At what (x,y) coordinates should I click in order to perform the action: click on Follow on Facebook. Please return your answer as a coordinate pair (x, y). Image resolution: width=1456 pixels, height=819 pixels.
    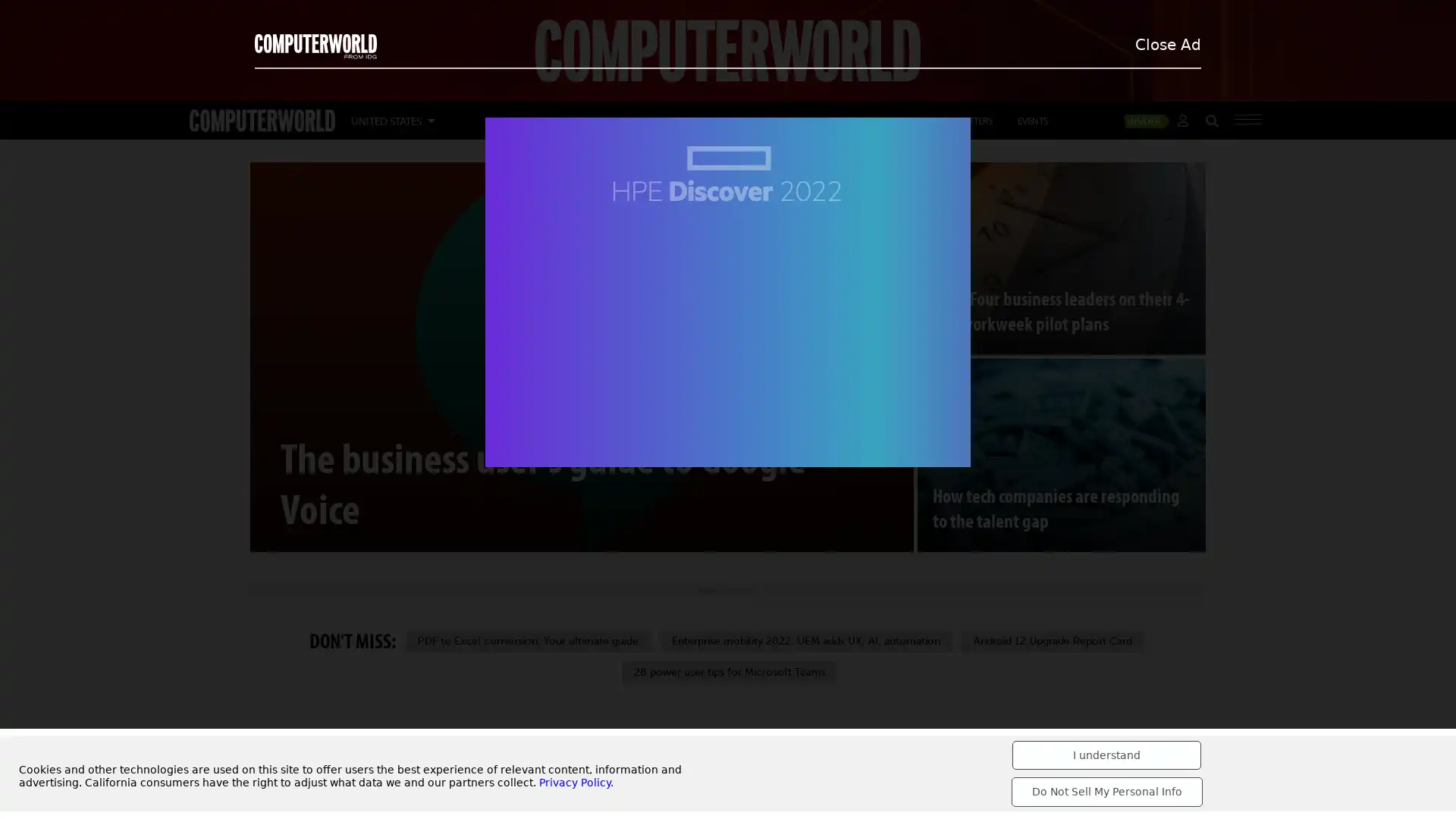
    Looking at the image, I should click on (428, 730).